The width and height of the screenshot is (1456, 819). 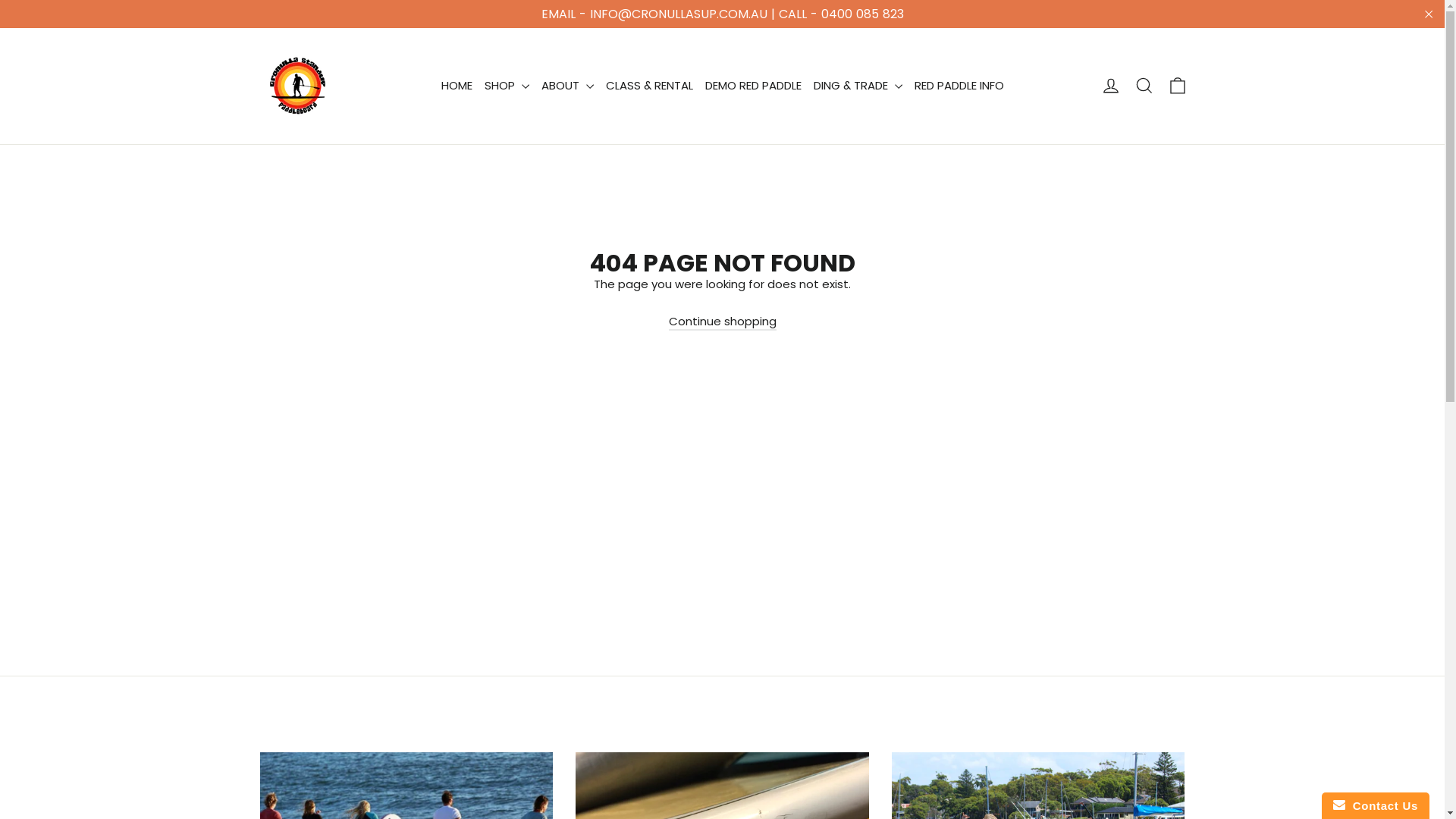 I want to click on 'Log in', so click(x=1110, y=85).